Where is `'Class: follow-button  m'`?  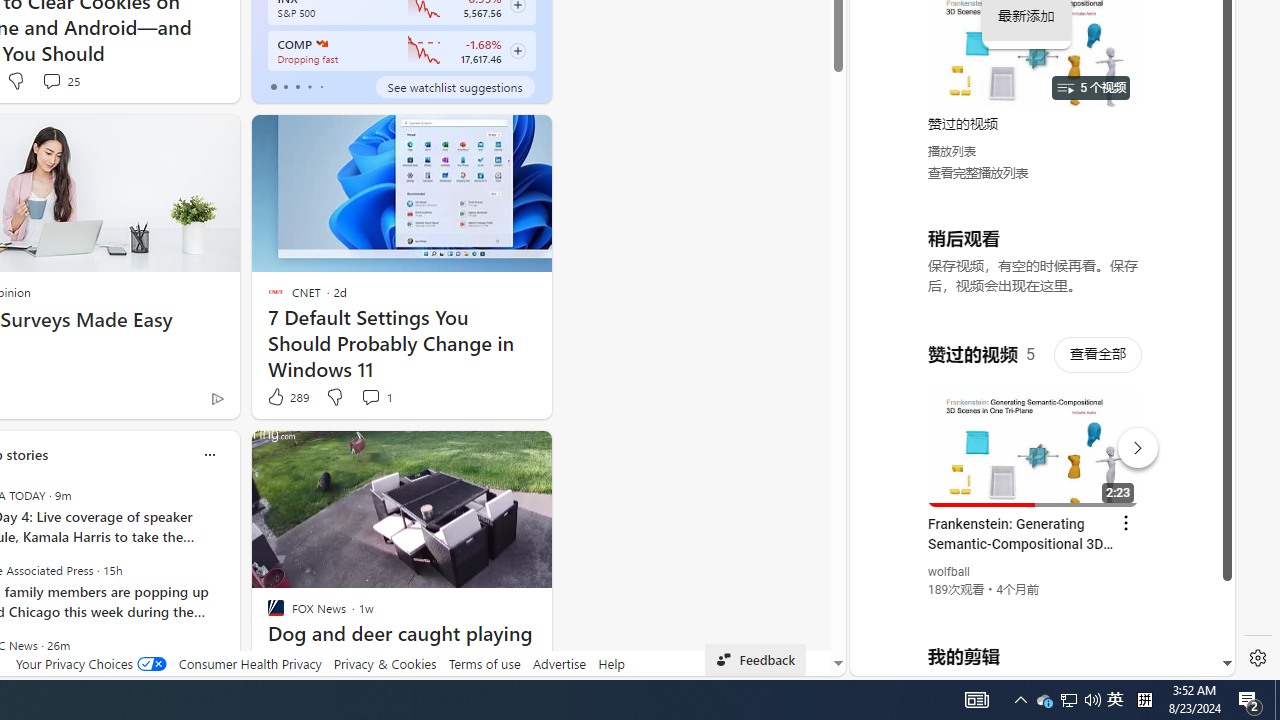
'Class: follow-button  m' is located at coordinates (517, 50).